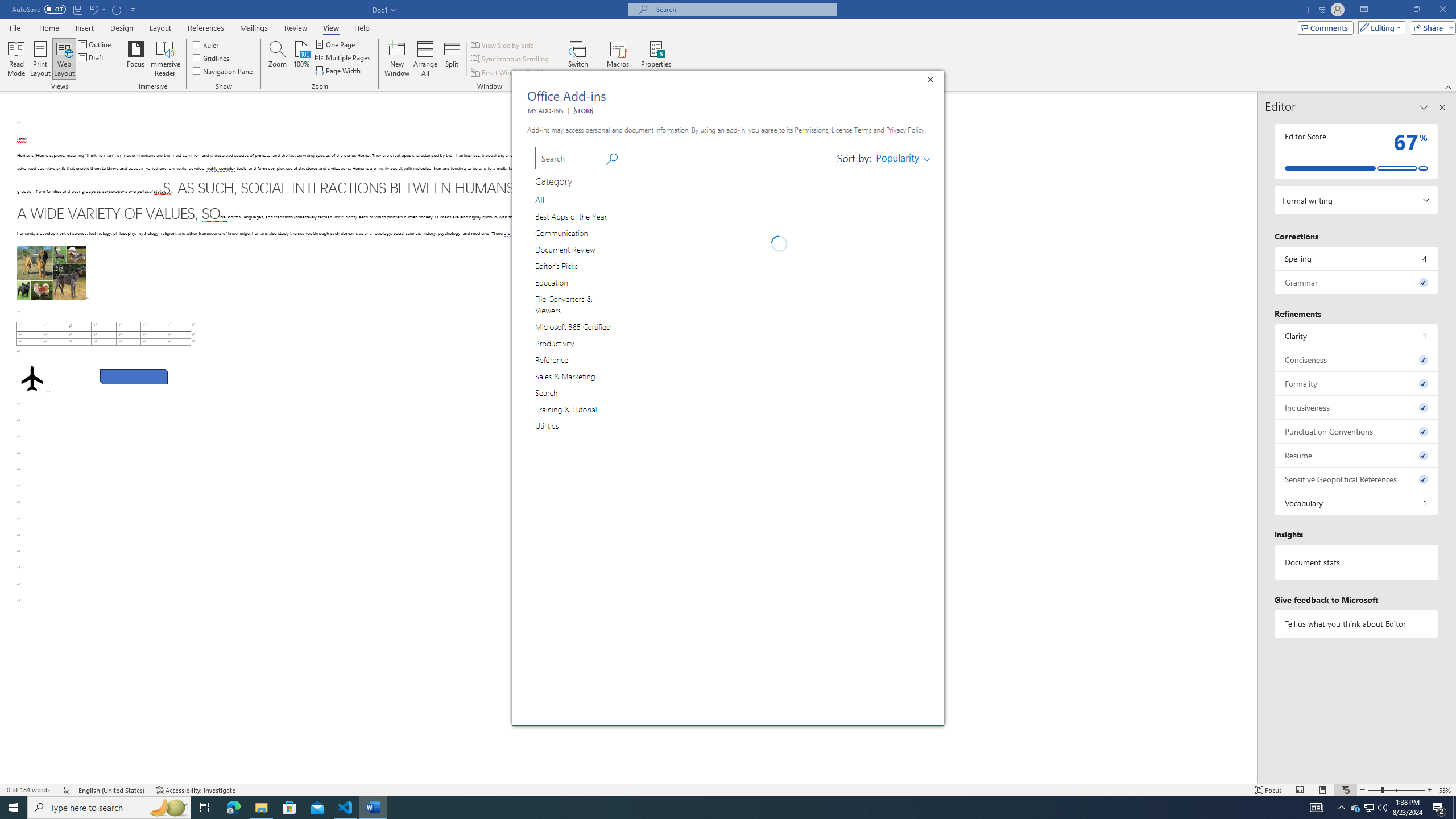 The image size is (1456, 819). I want to click on 'Editor Score 67%', so click(1356, 151).